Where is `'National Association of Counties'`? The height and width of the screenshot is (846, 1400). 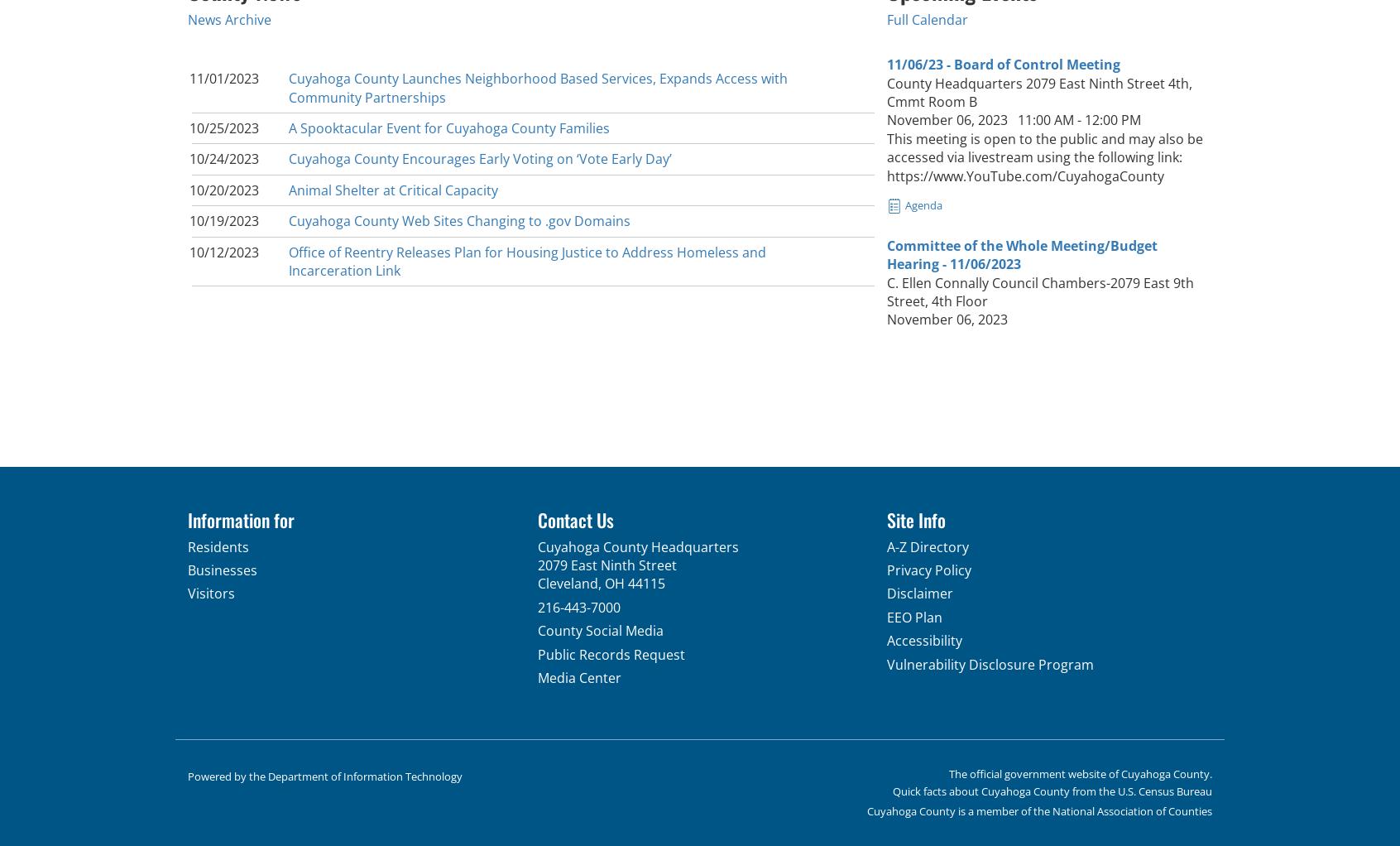 'National Association of Counties' is located at coordinates (1132, 809).